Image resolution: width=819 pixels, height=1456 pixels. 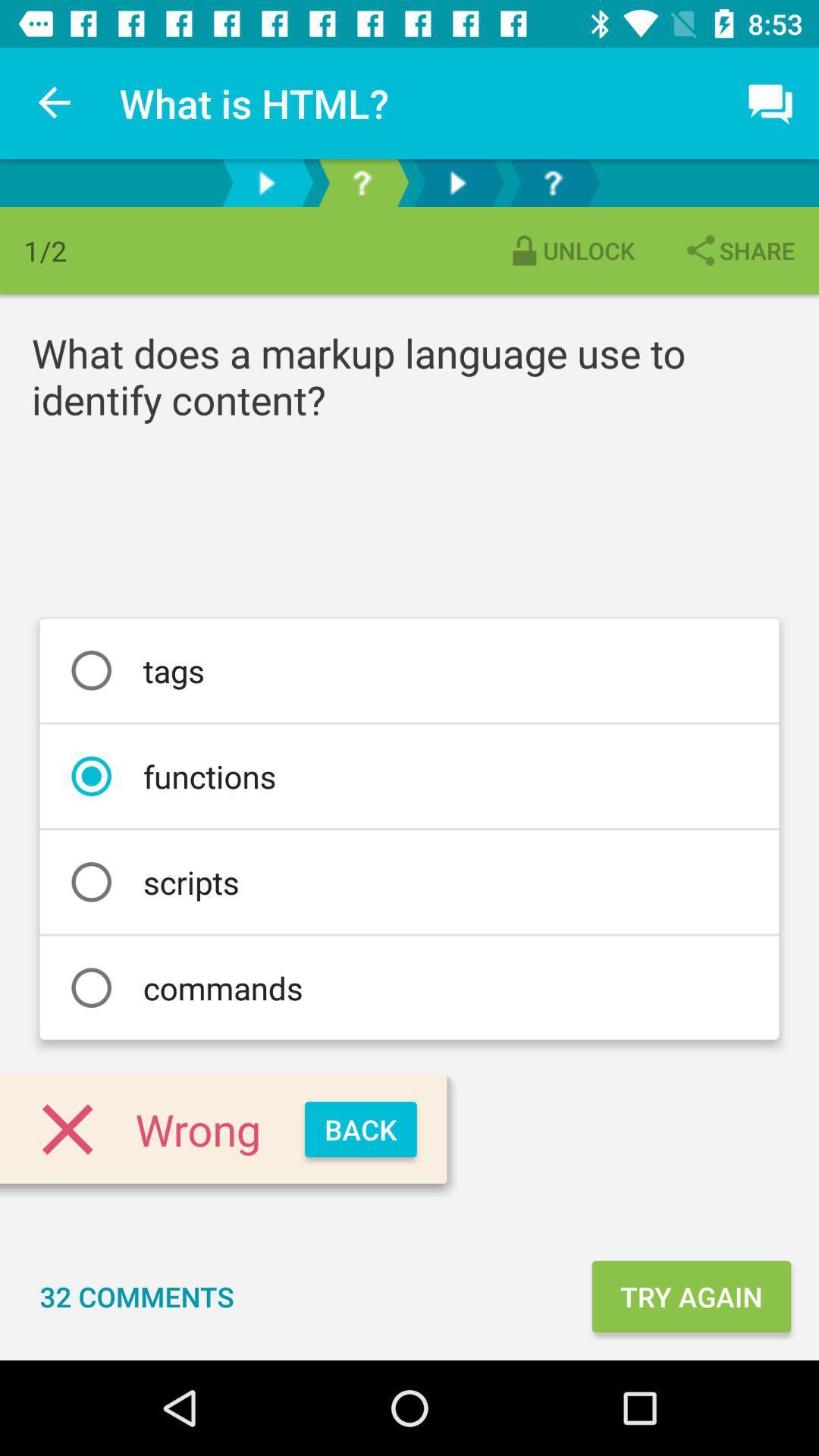 What do you see at coordinates (691, 1295) in the screenshot?
I see `item next to the 32 comments` at bounding box center [691, 1295].